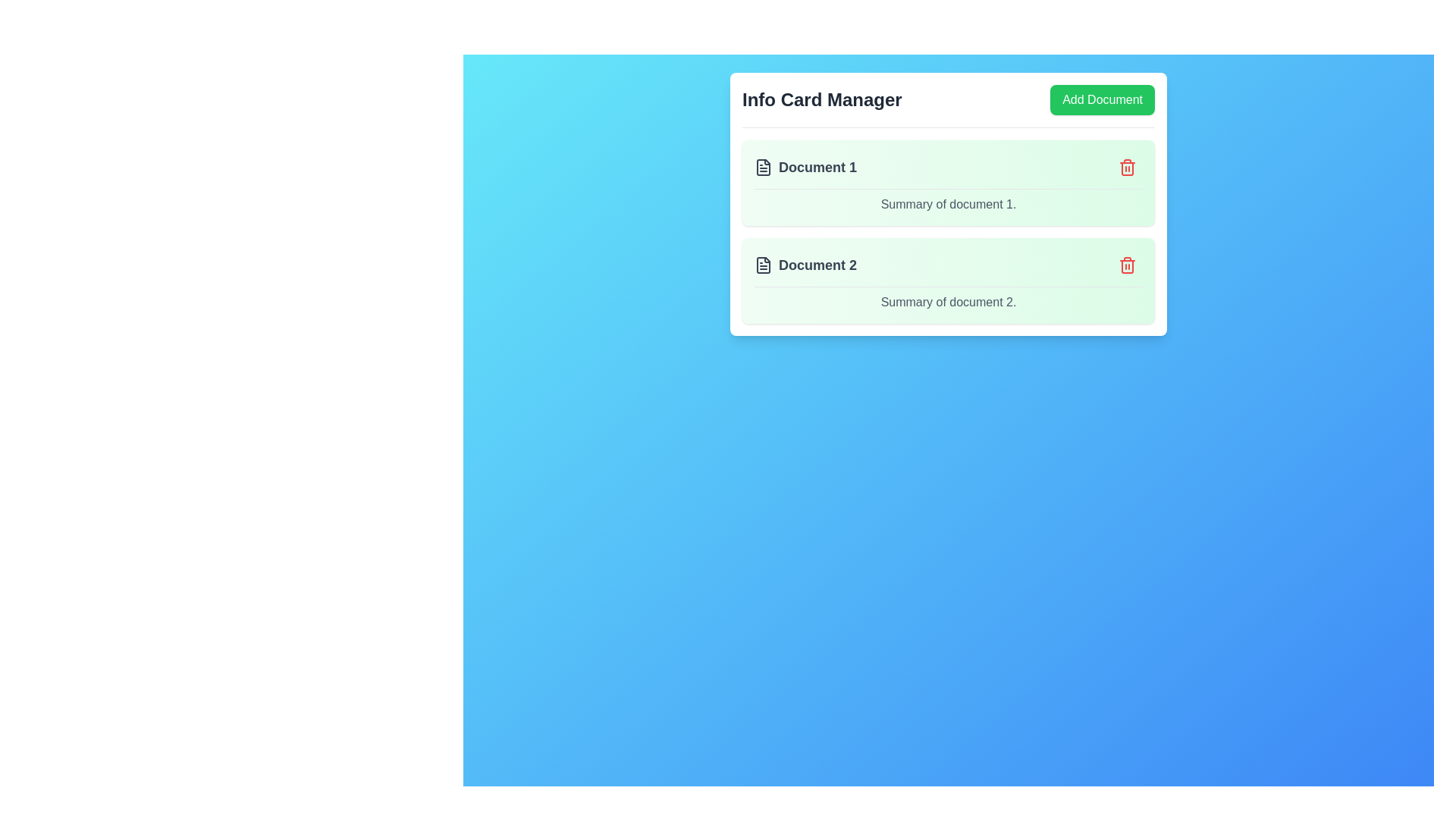  I want to click on the document management card UI element located centrally in the interface to read the document summaries, so click(948, 203).